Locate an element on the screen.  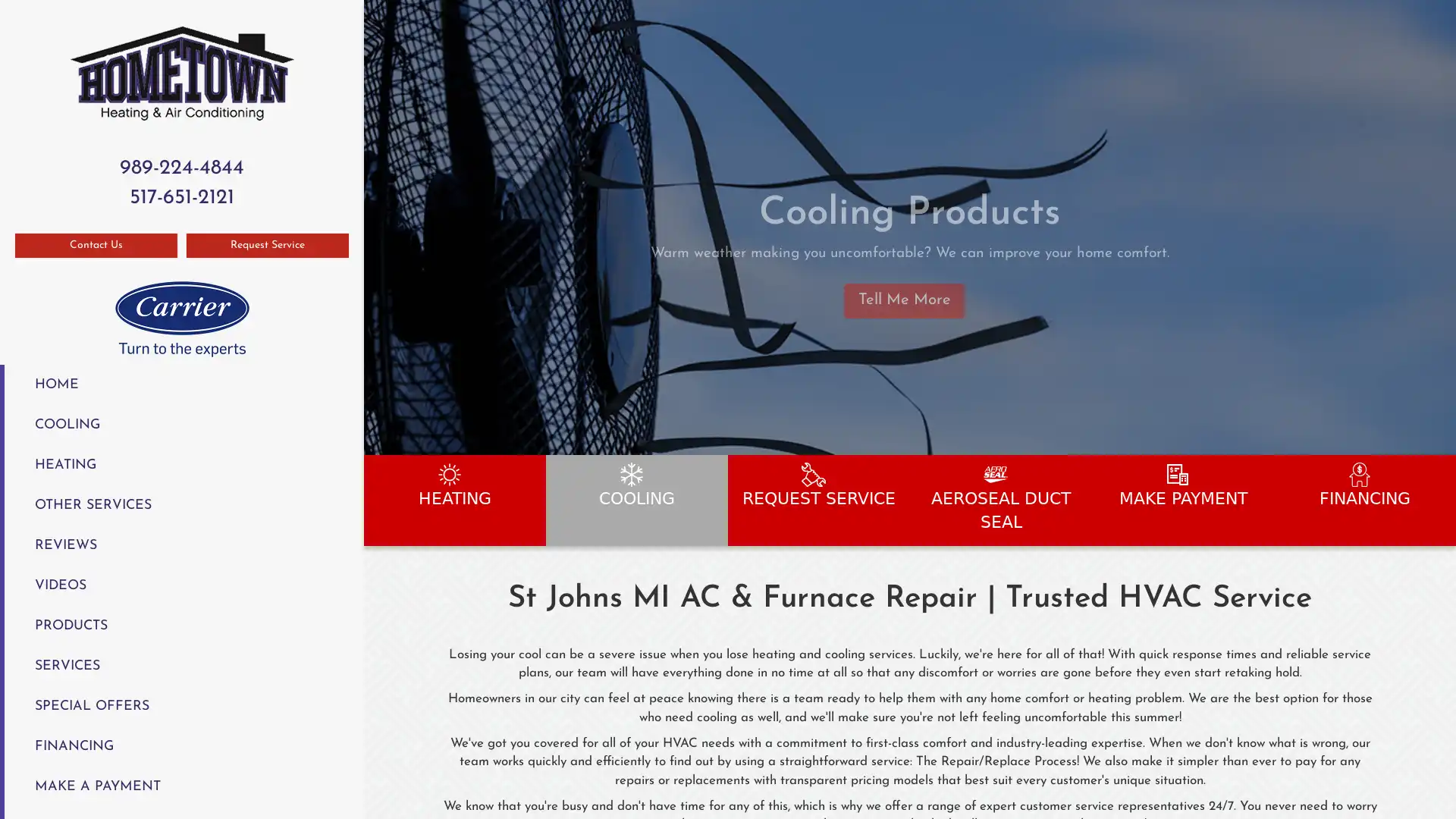
Next is located at coordinates (1438, 227).